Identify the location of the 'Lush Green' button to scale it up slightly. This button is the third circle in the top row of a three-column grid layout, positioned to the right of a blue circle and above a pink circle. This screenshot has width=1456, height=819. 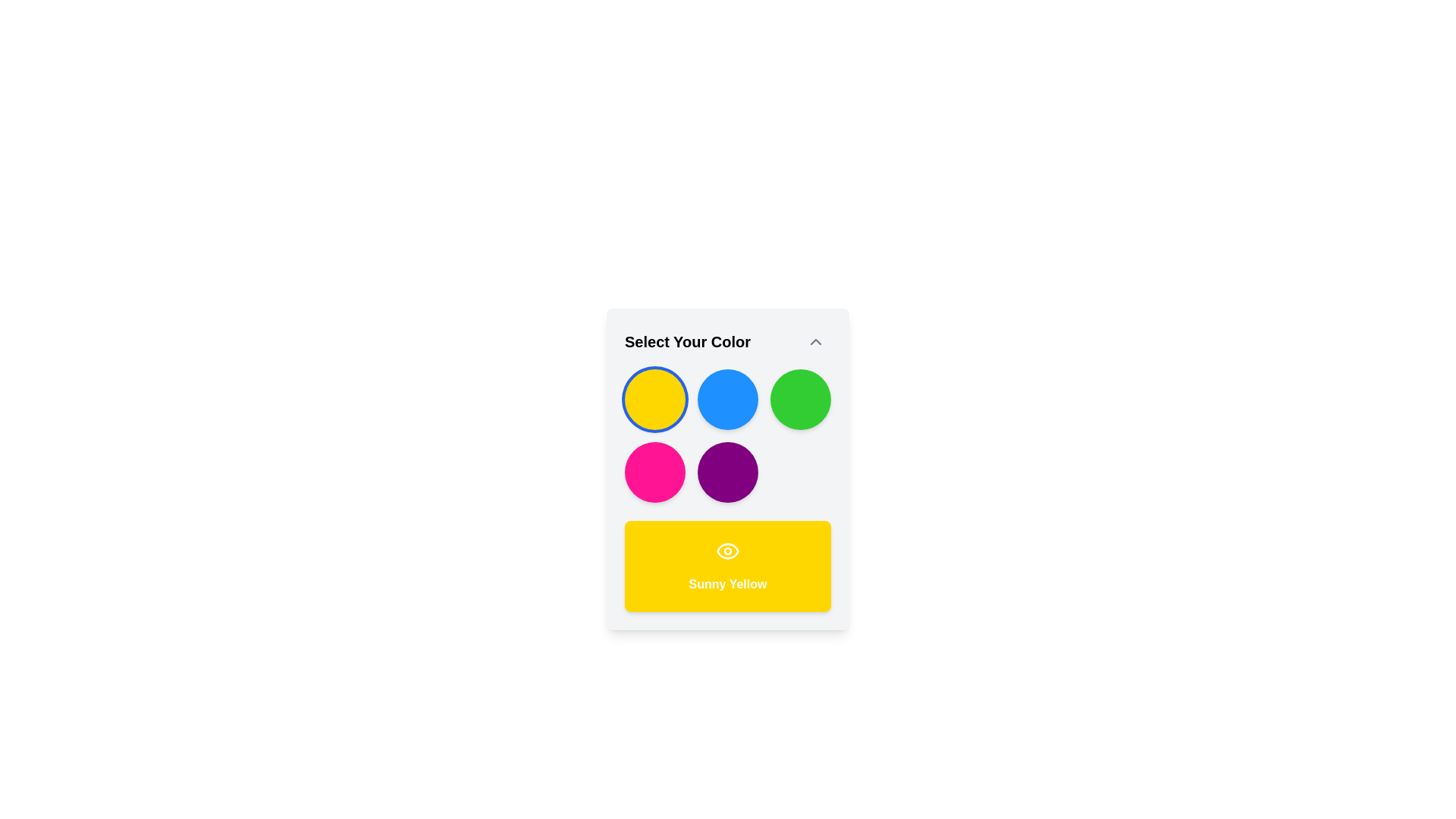
(800, 399).